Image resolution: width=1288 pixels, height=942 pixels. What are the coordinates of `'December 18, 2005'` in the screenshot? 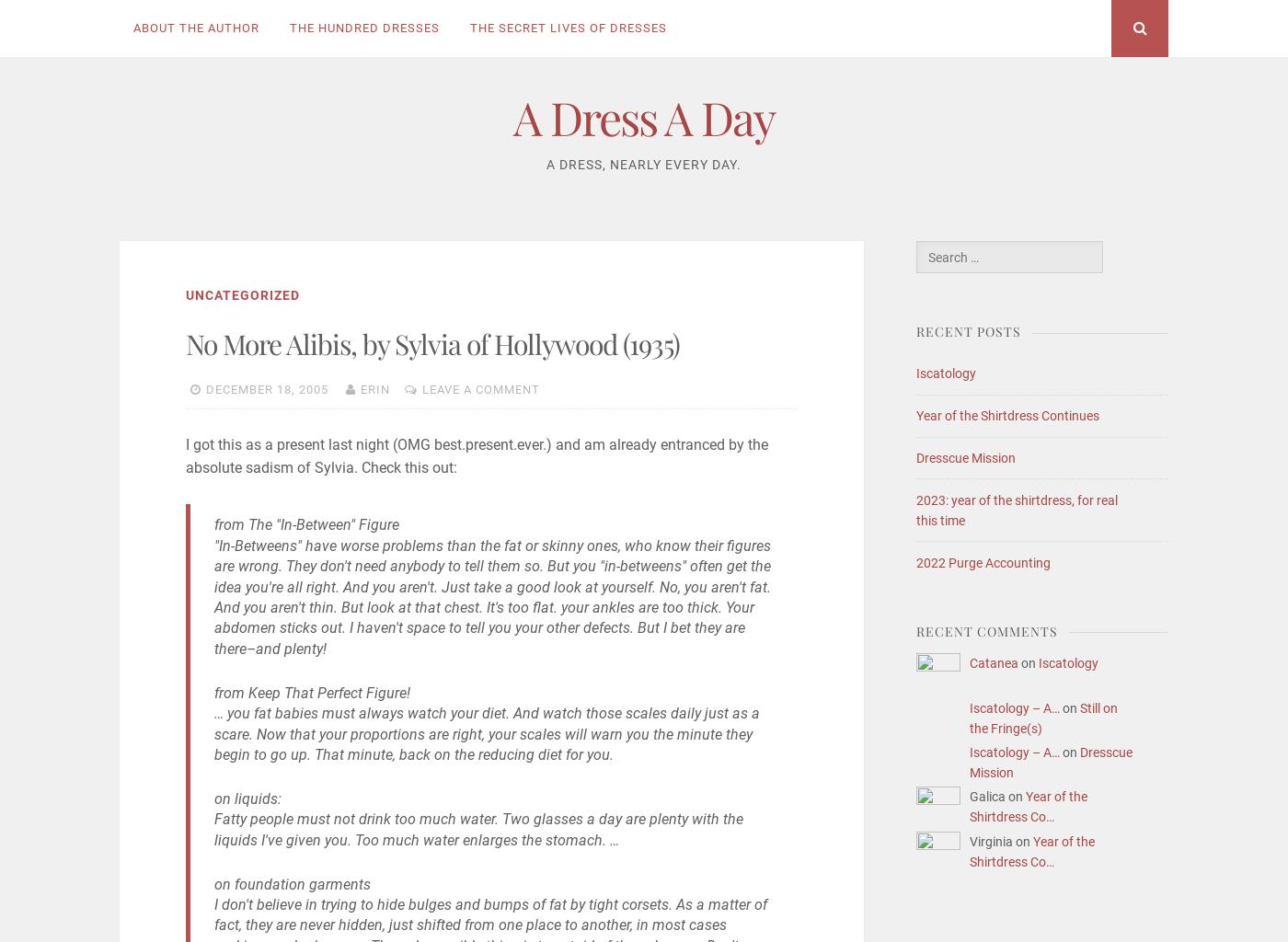 It's located at (267, 388).